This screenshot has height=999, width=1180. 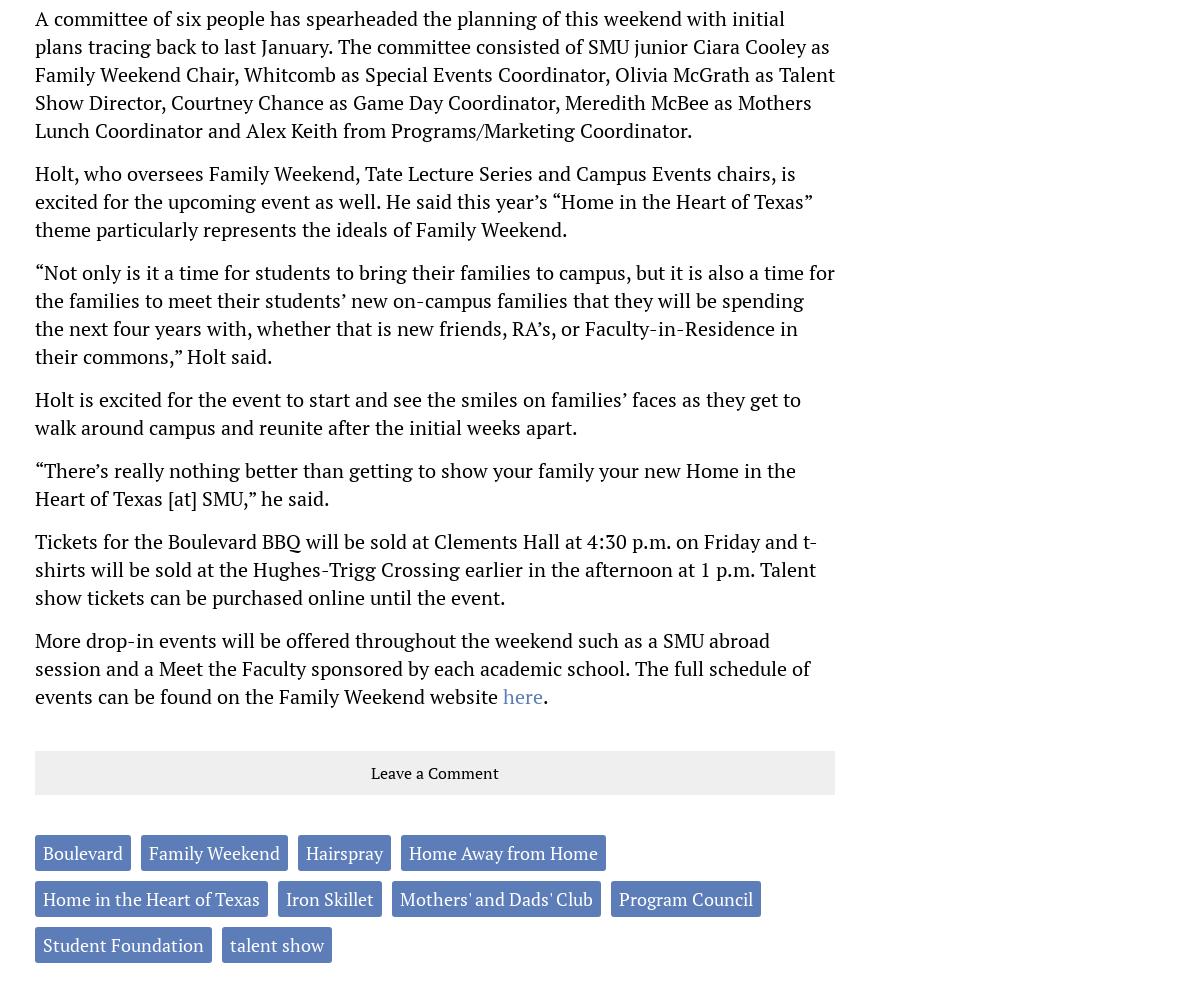 What do you see at coordinates (41, 851) in the screenshot?
I see `'Boulevard'` at bounding box center [41, 851].